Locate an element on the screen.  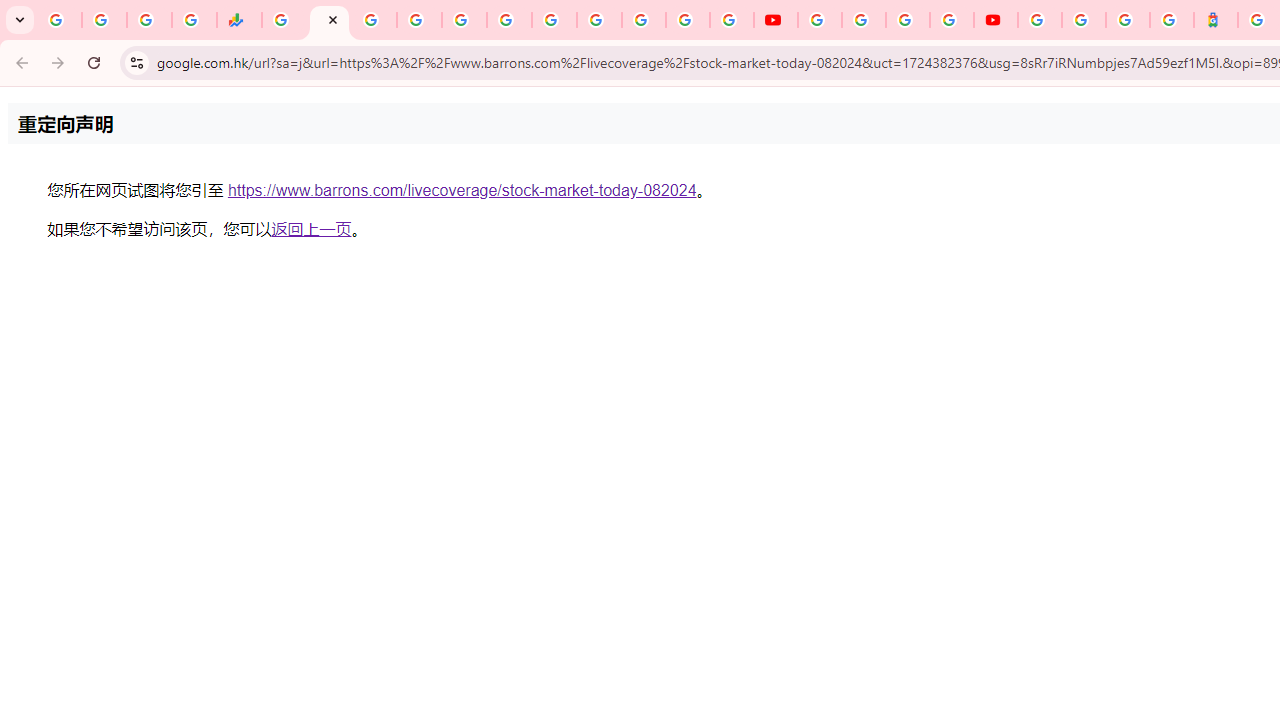
'YouTube' is located at coordinates (819, 20).